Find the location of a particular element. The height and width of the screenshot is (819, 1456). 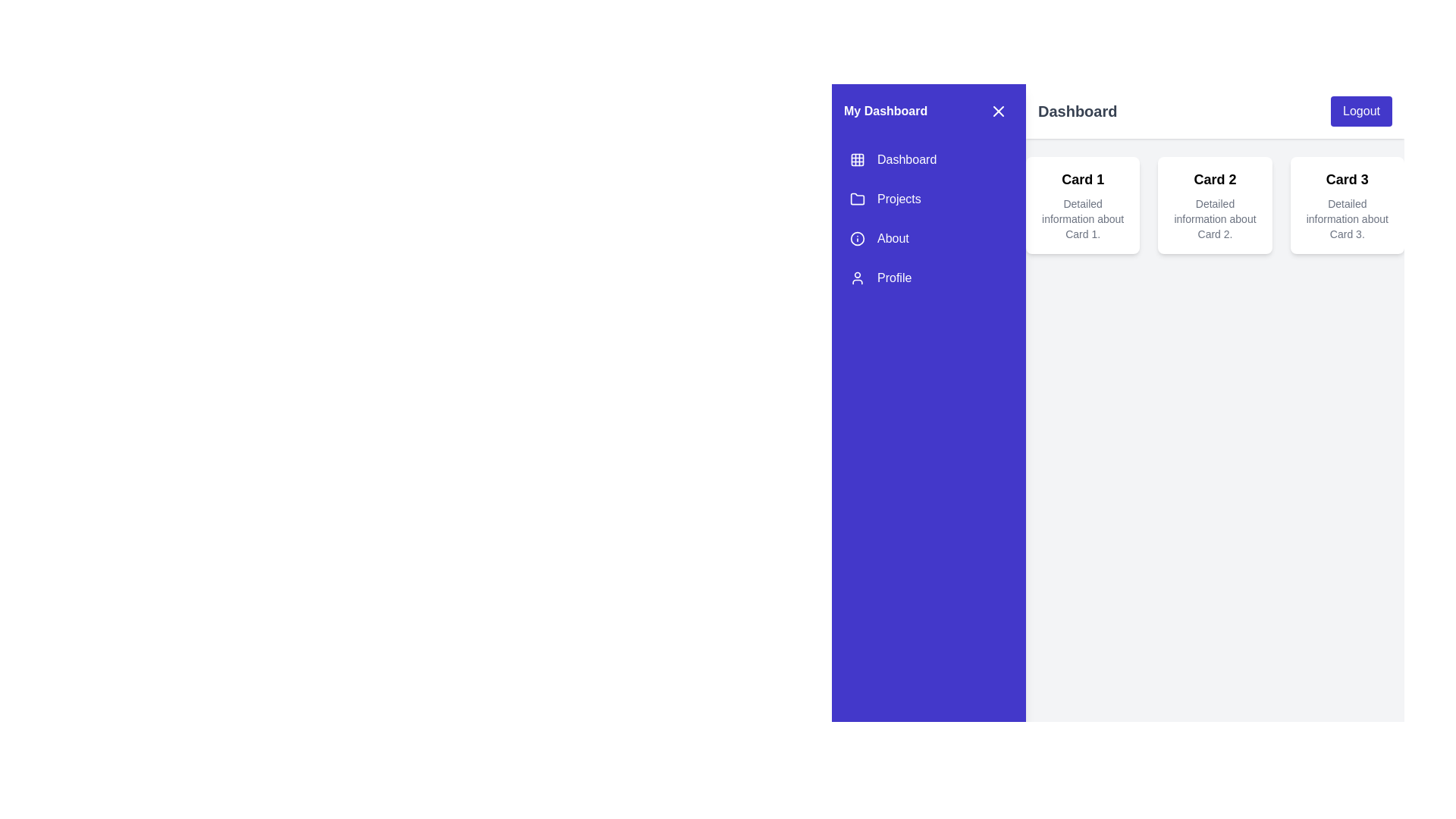

the circular outline icon representing the 'About' section in the sidebar navigation menu is located at coordinates (858, 239).